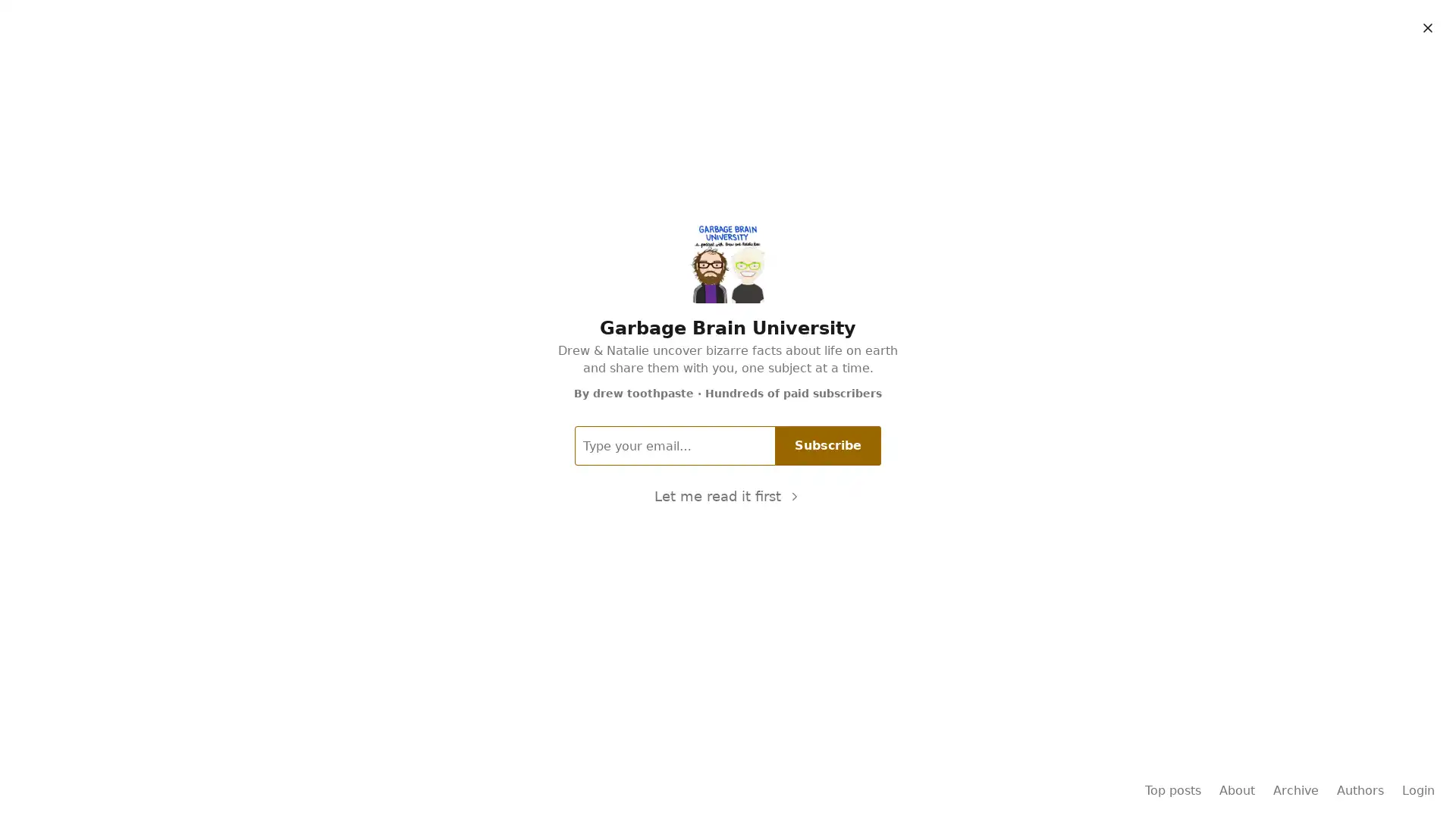 The width and height of the screenshot is (1456, 819). What do you see at coordinates (831, 646) in the screenshot?
I see `Subscribe` at bounding box center [831, 646].